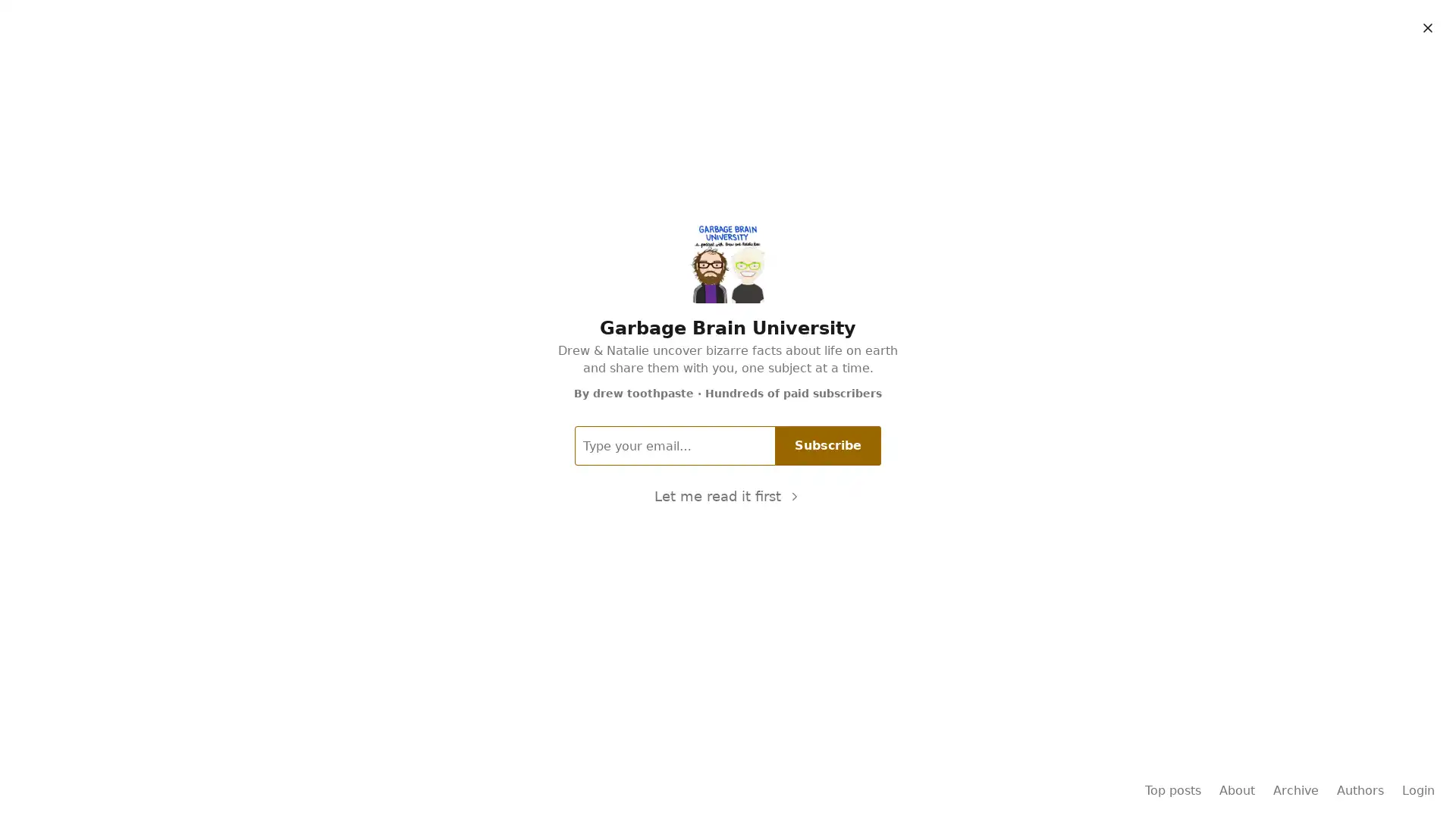 The width and height of the screenshot is (1456, 819). What do you see at coordinates (831, 646) in the screenshot?
I see `Subscribe` at bounding box center [831, 646].